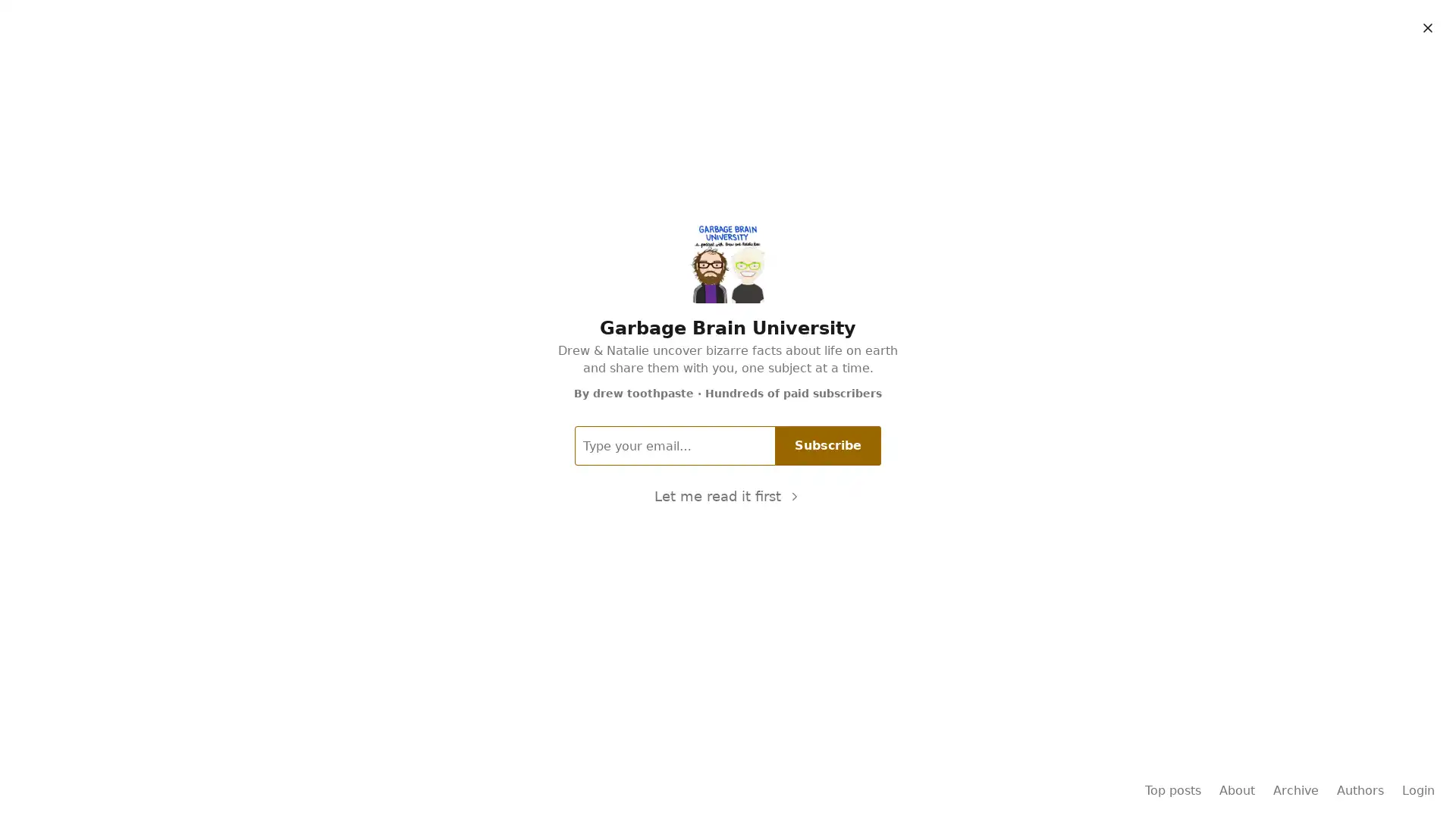 The width and height of the screenshot is (1456, 819). What do you see at coordinates (831, 646) in the screenshot?
I see `Subscribe` at bounding box center [831, 646].